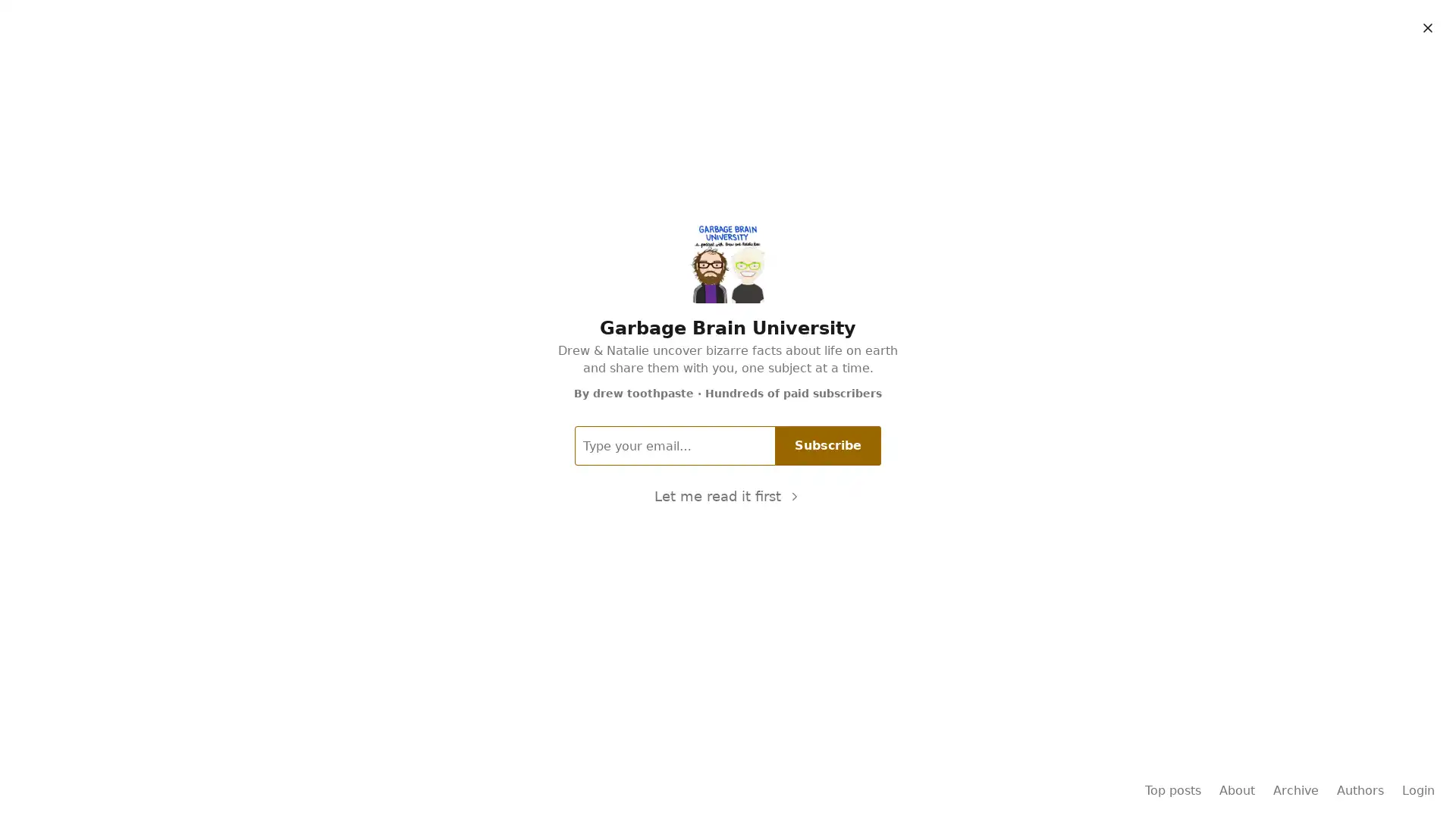 The width and height of the screenshot is (1456, 819). What do you see at coordinates (831, 646) in the screenshot?
I see `Subscribe` at bounding box center [831, 646].